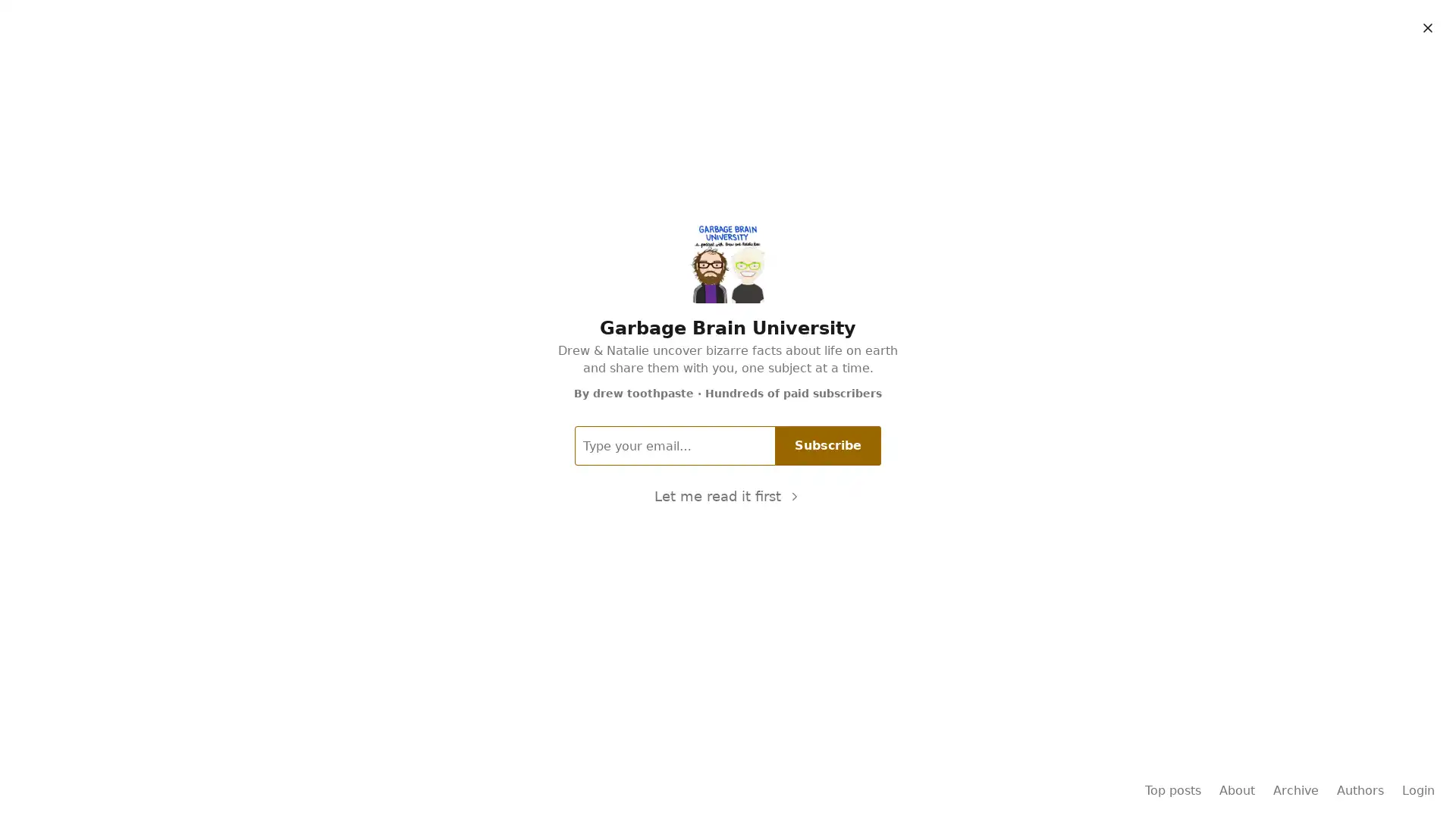 The width and height of the screenshot is (1456, 819). What do you see at coordinates (831, 646) in the screenshot?
I see `Subscribe` at bounding box center [831, 646].